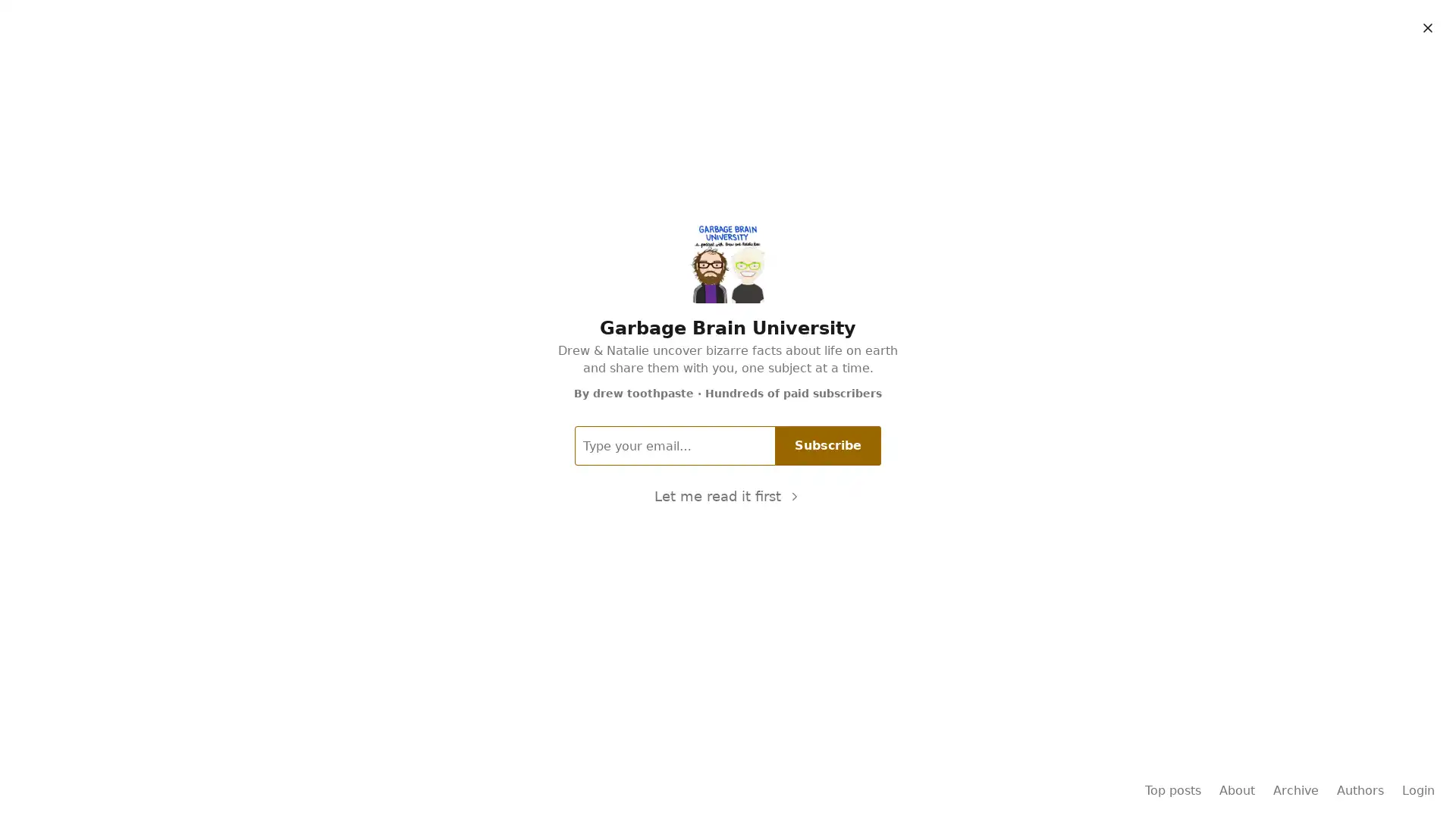 The width and height of the screenshot is (1456, 819). What do you see at coordinates (831, 646) in the screenshot?
I see `Subscribe` at bounding box center [831, 646].